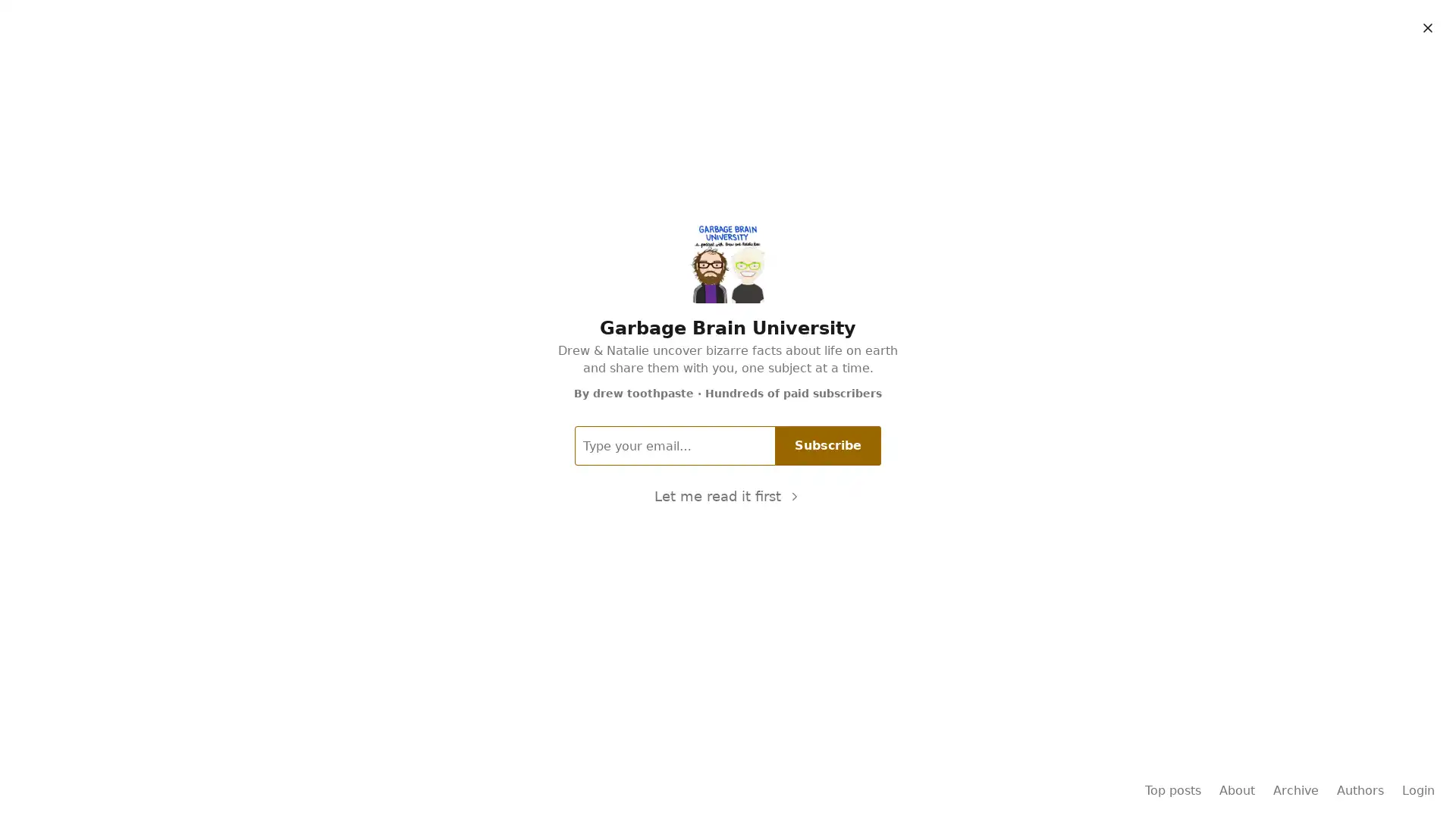 The width and height of the screenshot is (1456, 819). What do you see at coordinates (831, 646) in the screenshot?
I see `Subscribe` at bounding box center [831, 646].